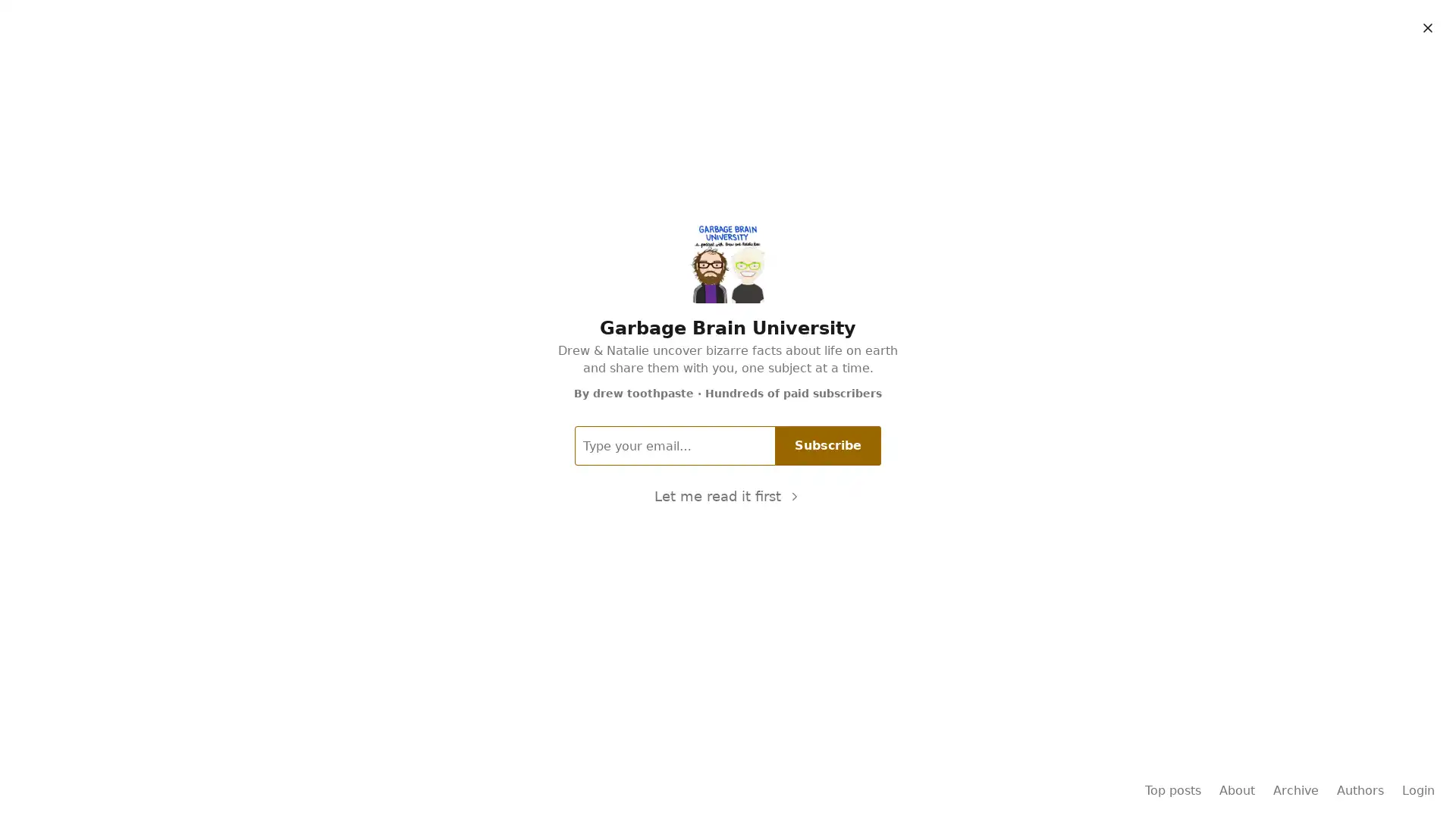 The width and height of the screenshot is (1456, 819). What do you see at coordinates (831, 646) in the screenshot?
I see `Subscribe` at bounding box center [831, 646].